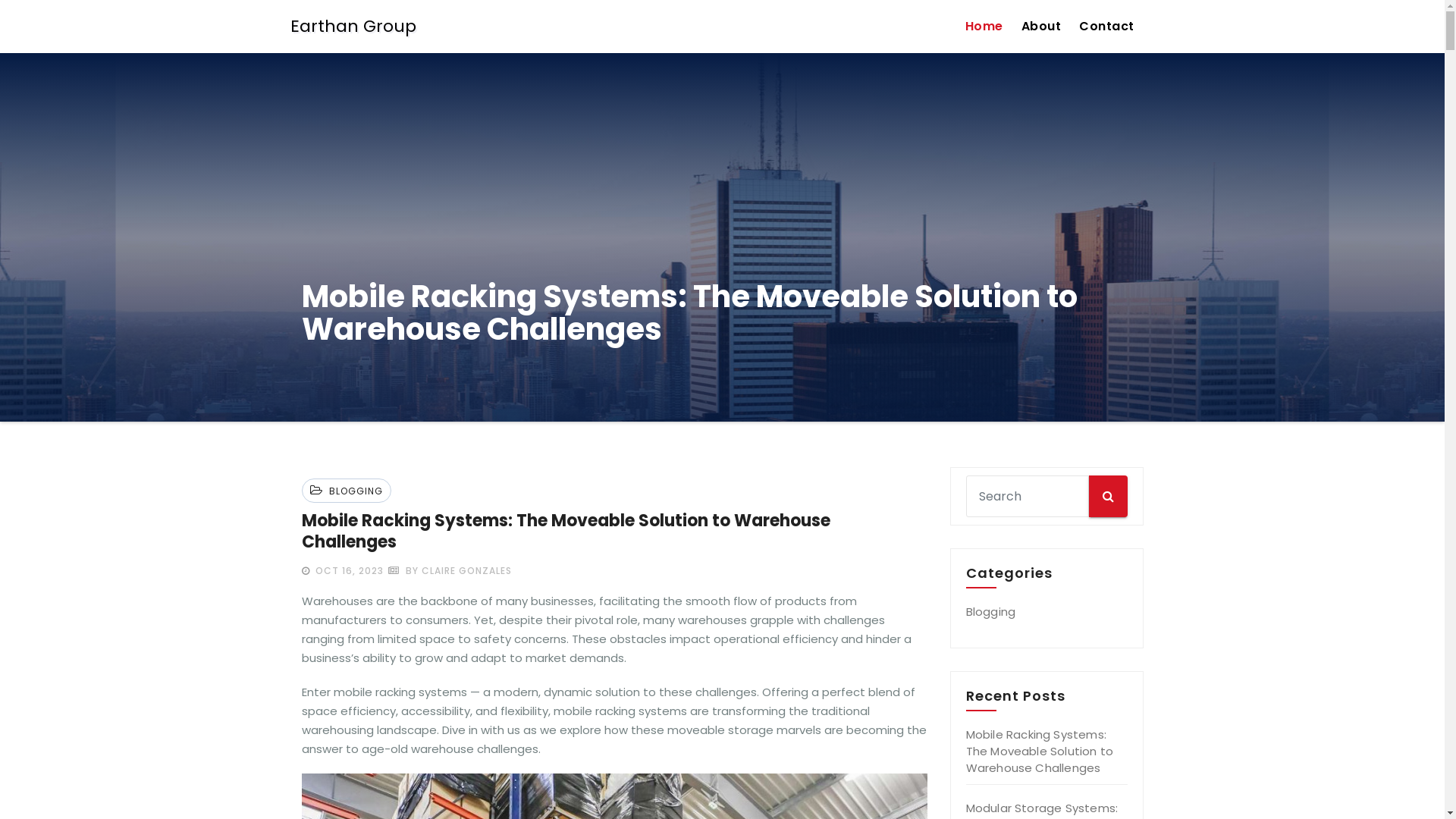 This screenshot has width=1456, height=819. Describe the element at coordinates (990, 610) in the screenshot. I see `'Blogging'` at that location.